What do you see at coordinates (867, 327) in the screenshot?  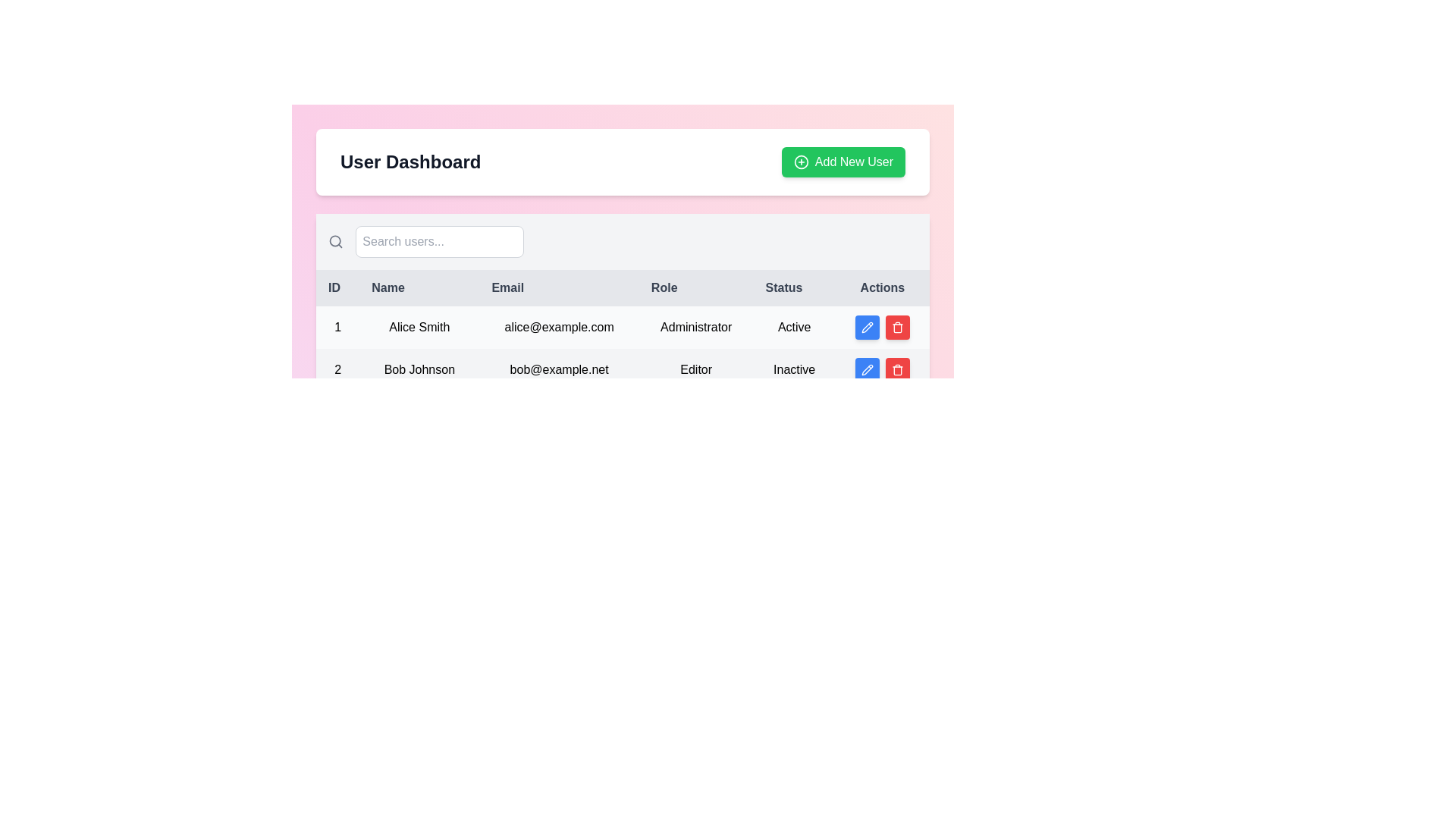 I see `the 'Edit' button in the 'Actions' column of the second row for user 'Bob Johnson' to initiate an edit operation` at bounding box center [867, 327].